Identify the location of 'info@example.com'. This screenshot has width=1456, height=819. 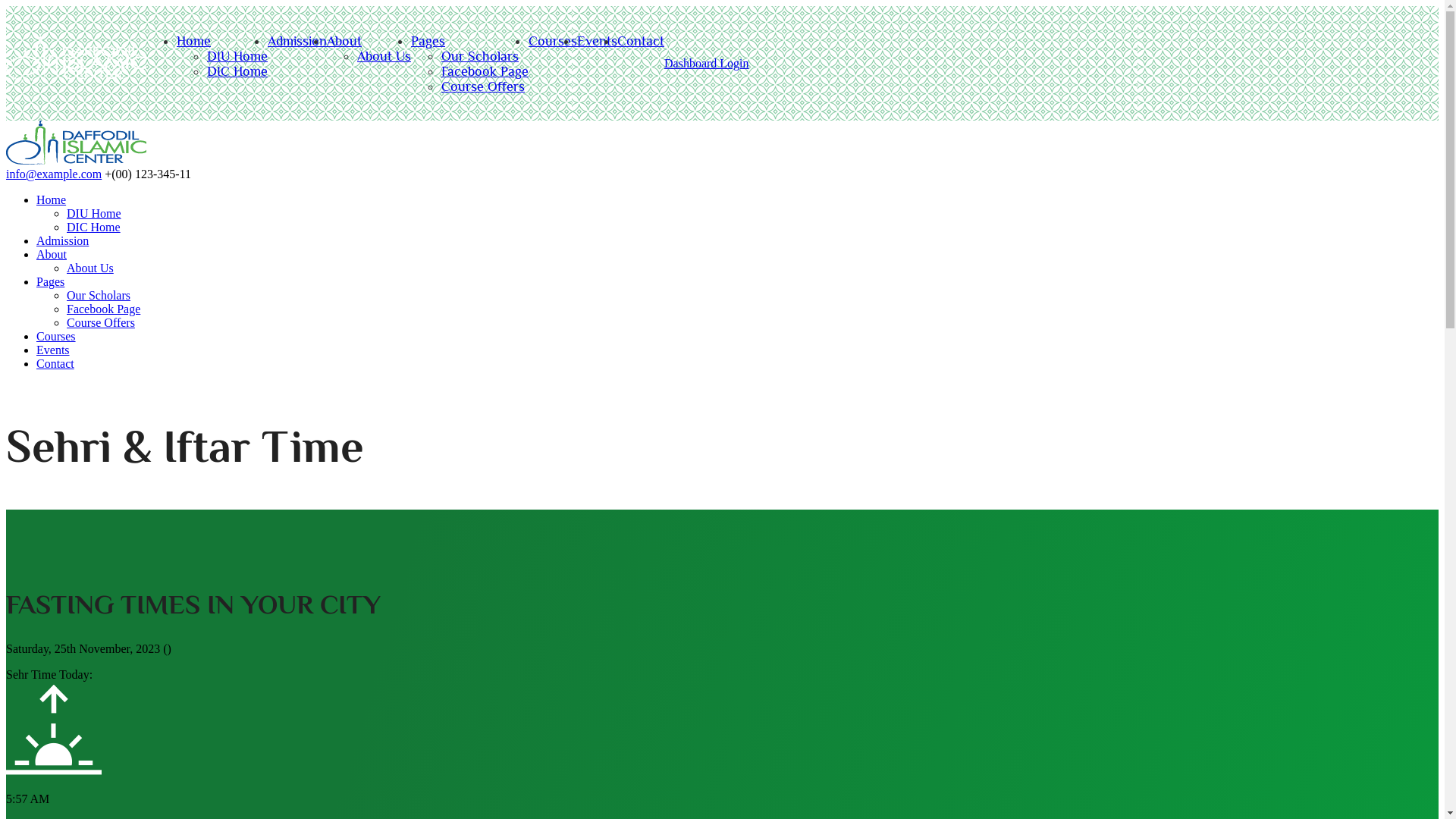
(54, 173).